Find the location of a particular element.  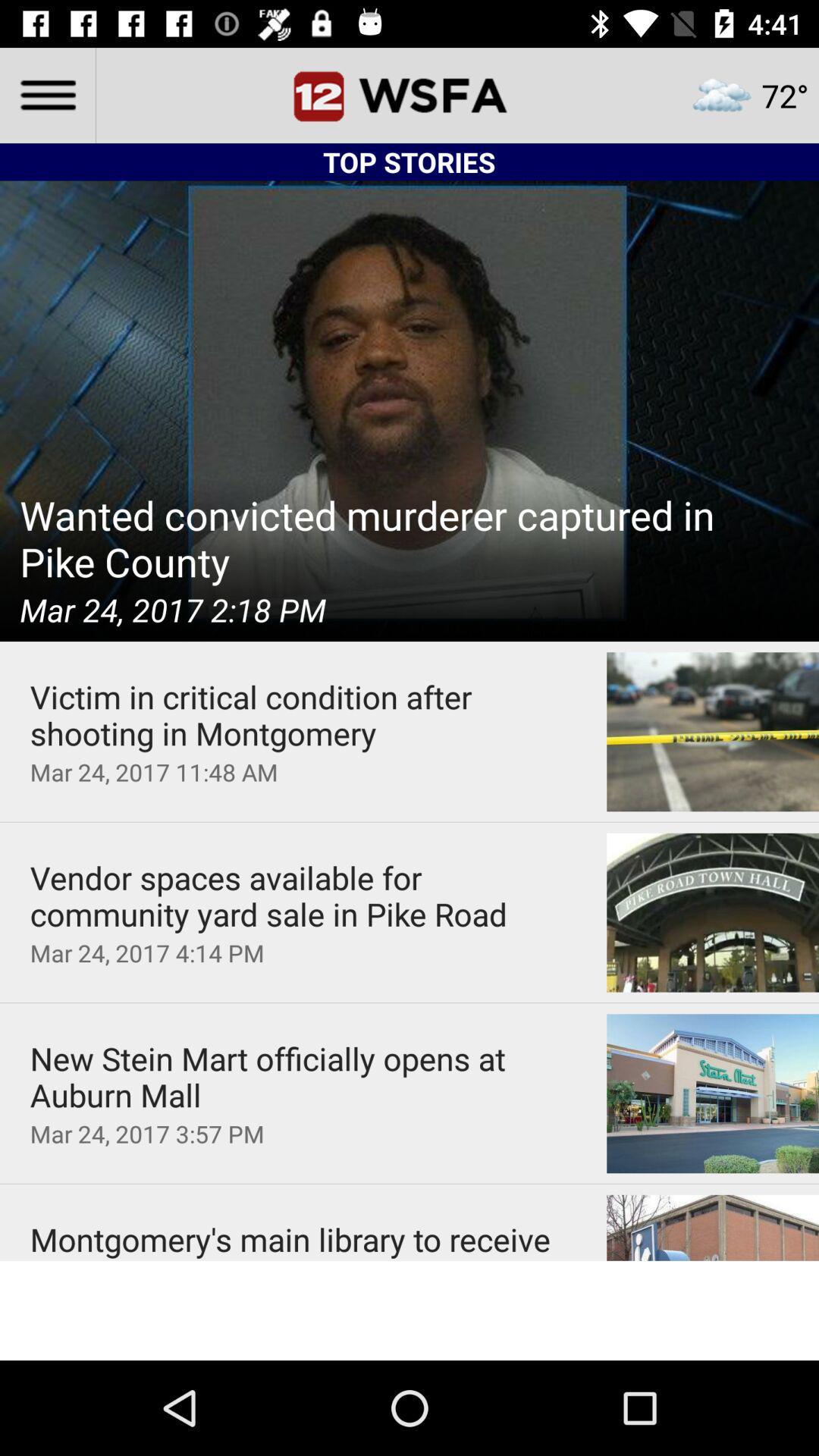

the date_range icon is located at coordinates (409, 94).